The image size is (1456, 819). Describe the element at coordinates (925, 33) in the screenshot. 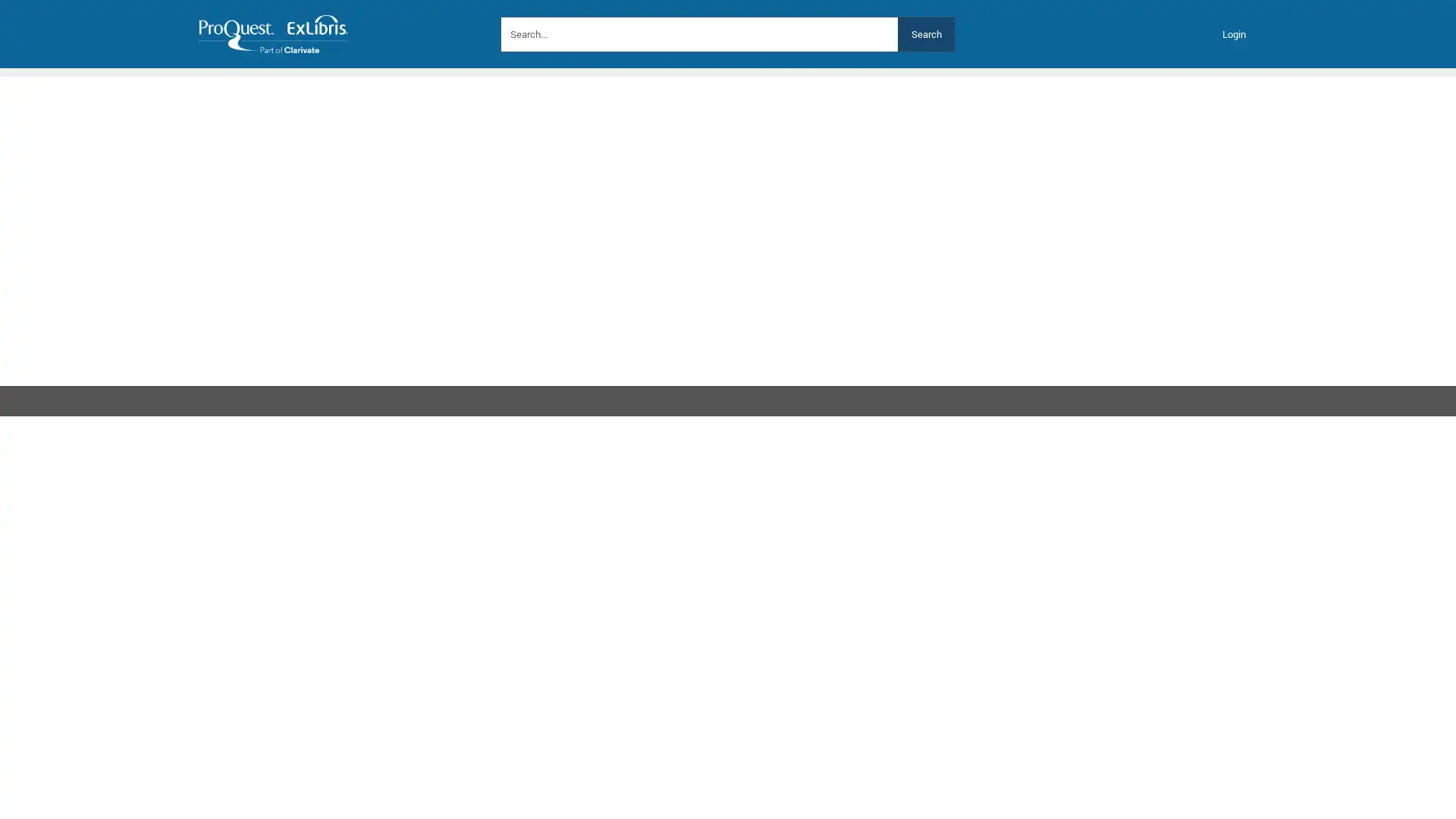

I see `Search` at that location.